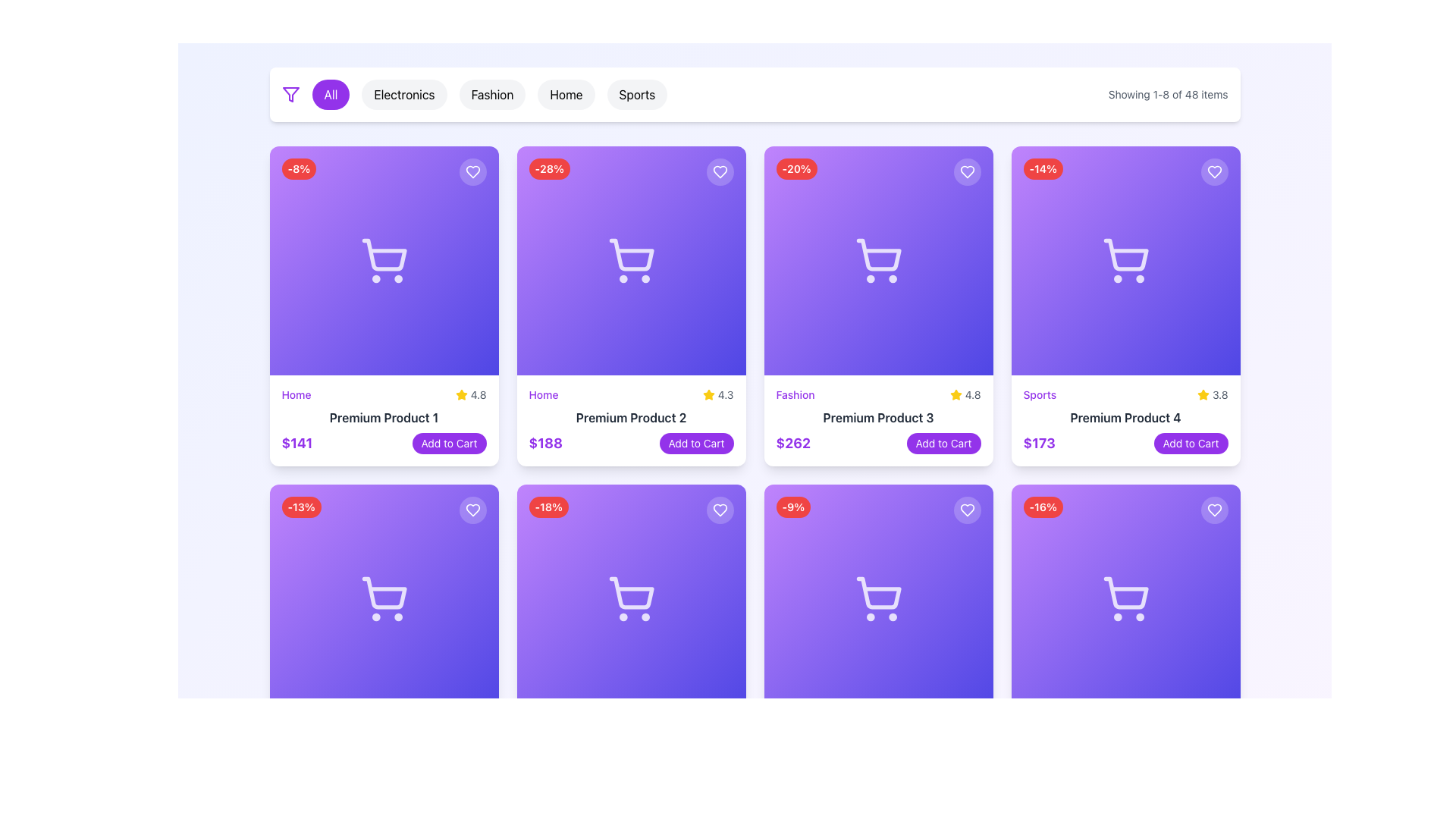 The image size is (1456, 819). I want to click on the heart icon button located in the top-right corner of the second product card in the first row, so click(472, 171).